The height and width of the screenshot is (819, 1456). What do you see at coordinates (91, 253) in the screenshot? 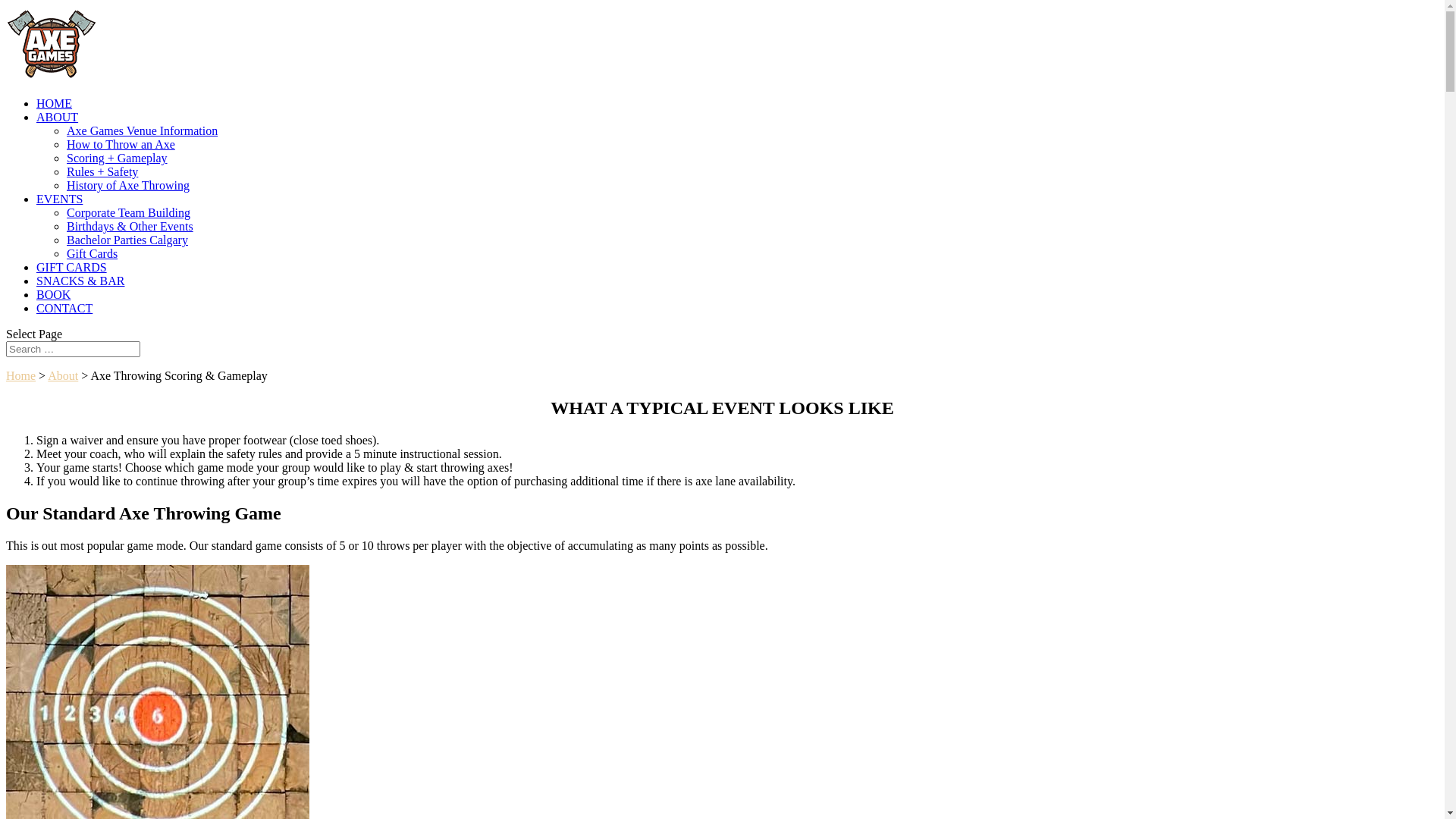
I see `'Gift Cards'` at bounding box center [91, 253].